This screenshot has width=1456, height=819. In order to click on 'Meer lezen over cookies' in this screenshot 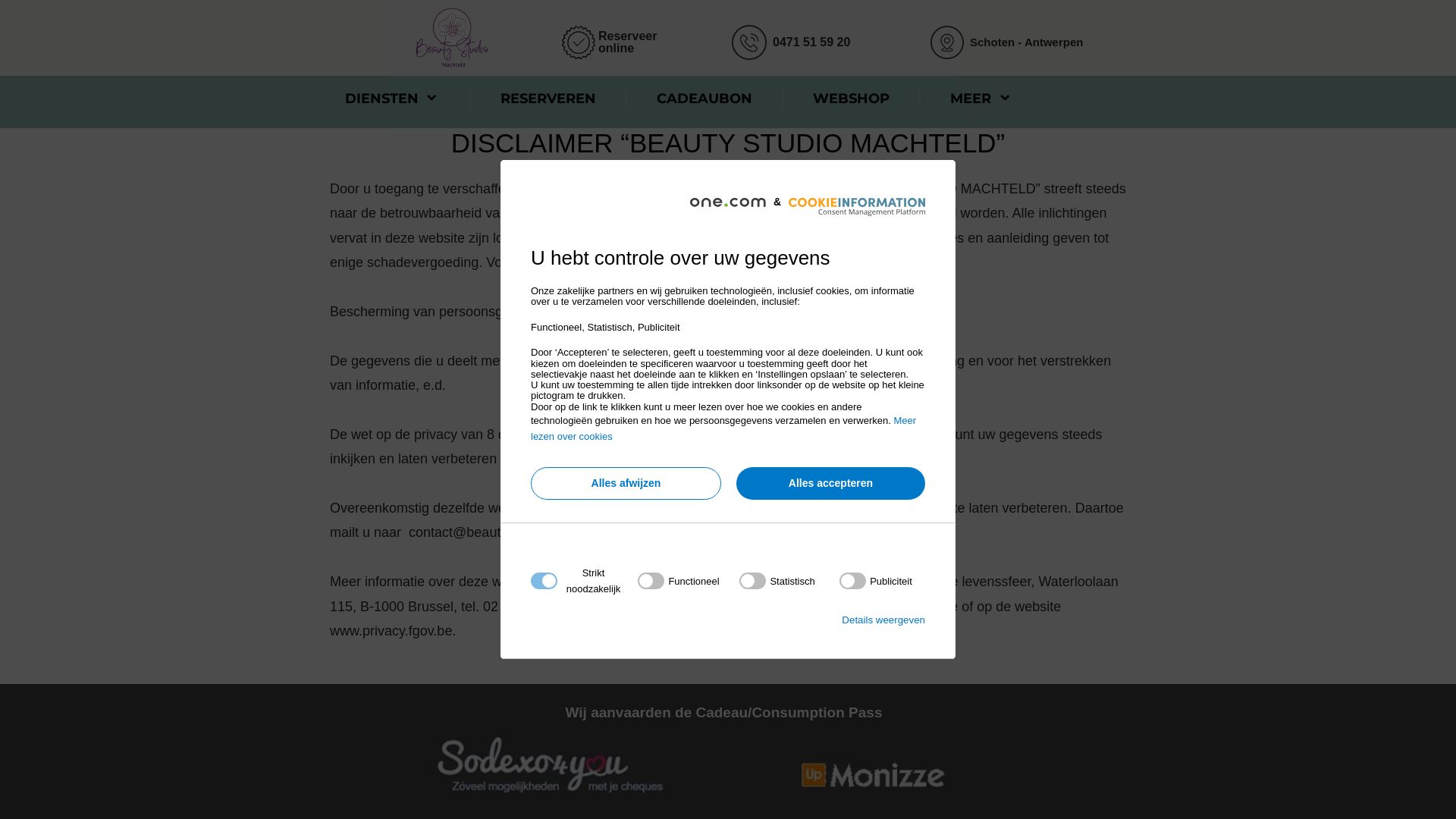, I will do `click(723, 428)`.